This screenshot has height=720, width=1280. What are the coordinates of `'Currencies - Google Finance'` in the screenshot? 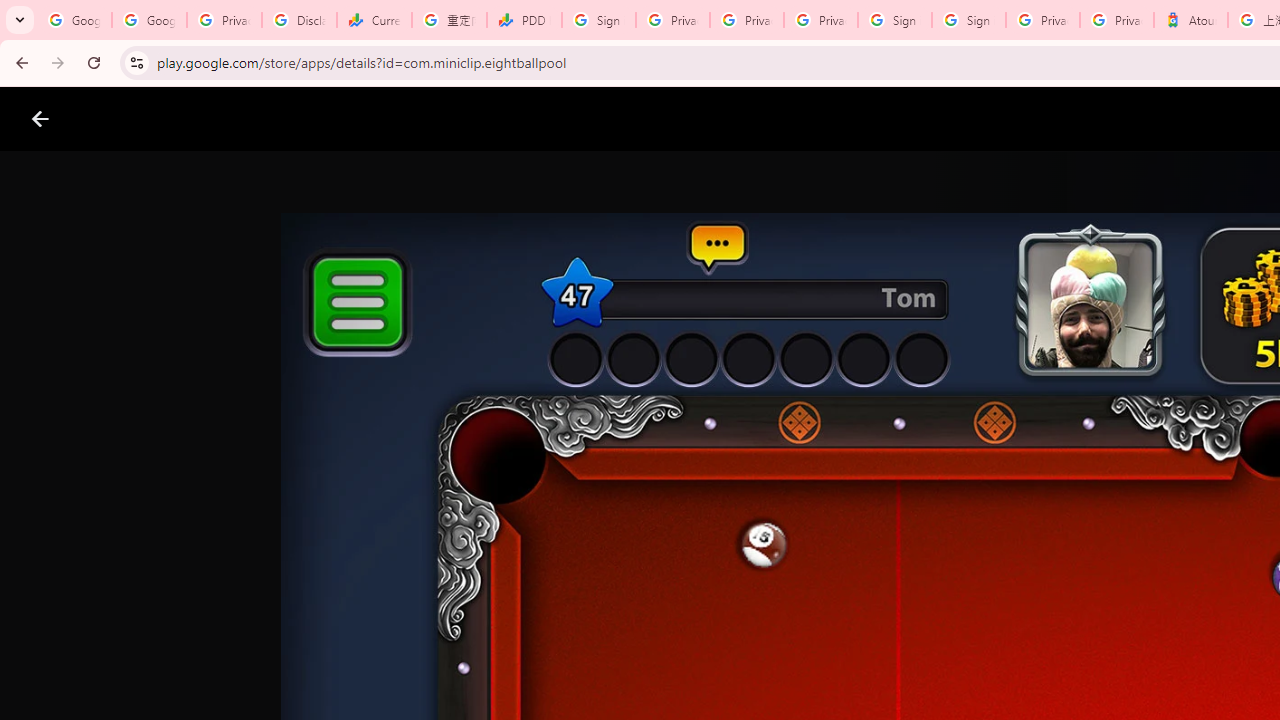 It's located at (374, 20).